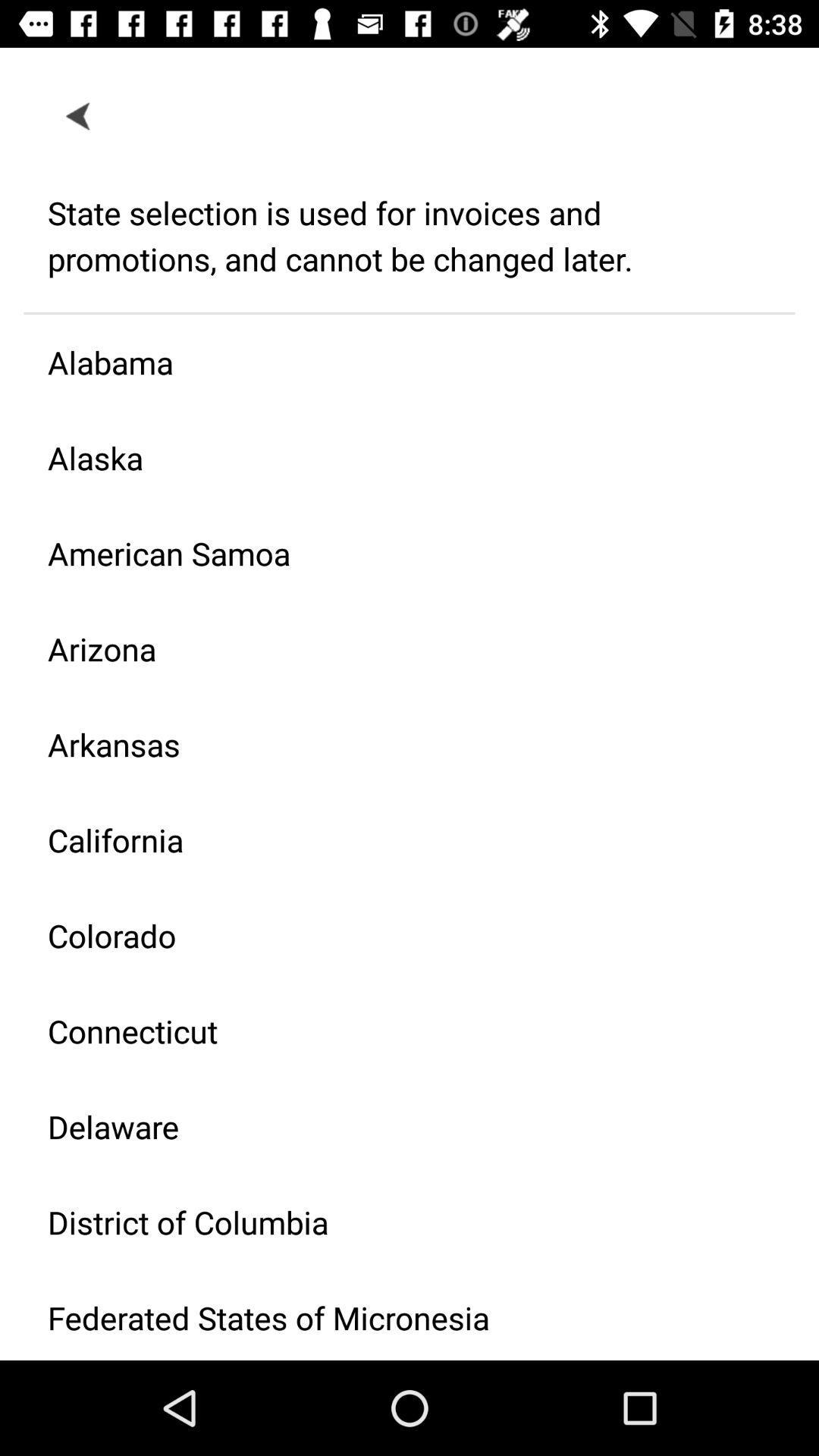  What do you see at coordinates (397, 1315) in the screenshot?
I see `federated states of item` at bounding box center [397, 1315].